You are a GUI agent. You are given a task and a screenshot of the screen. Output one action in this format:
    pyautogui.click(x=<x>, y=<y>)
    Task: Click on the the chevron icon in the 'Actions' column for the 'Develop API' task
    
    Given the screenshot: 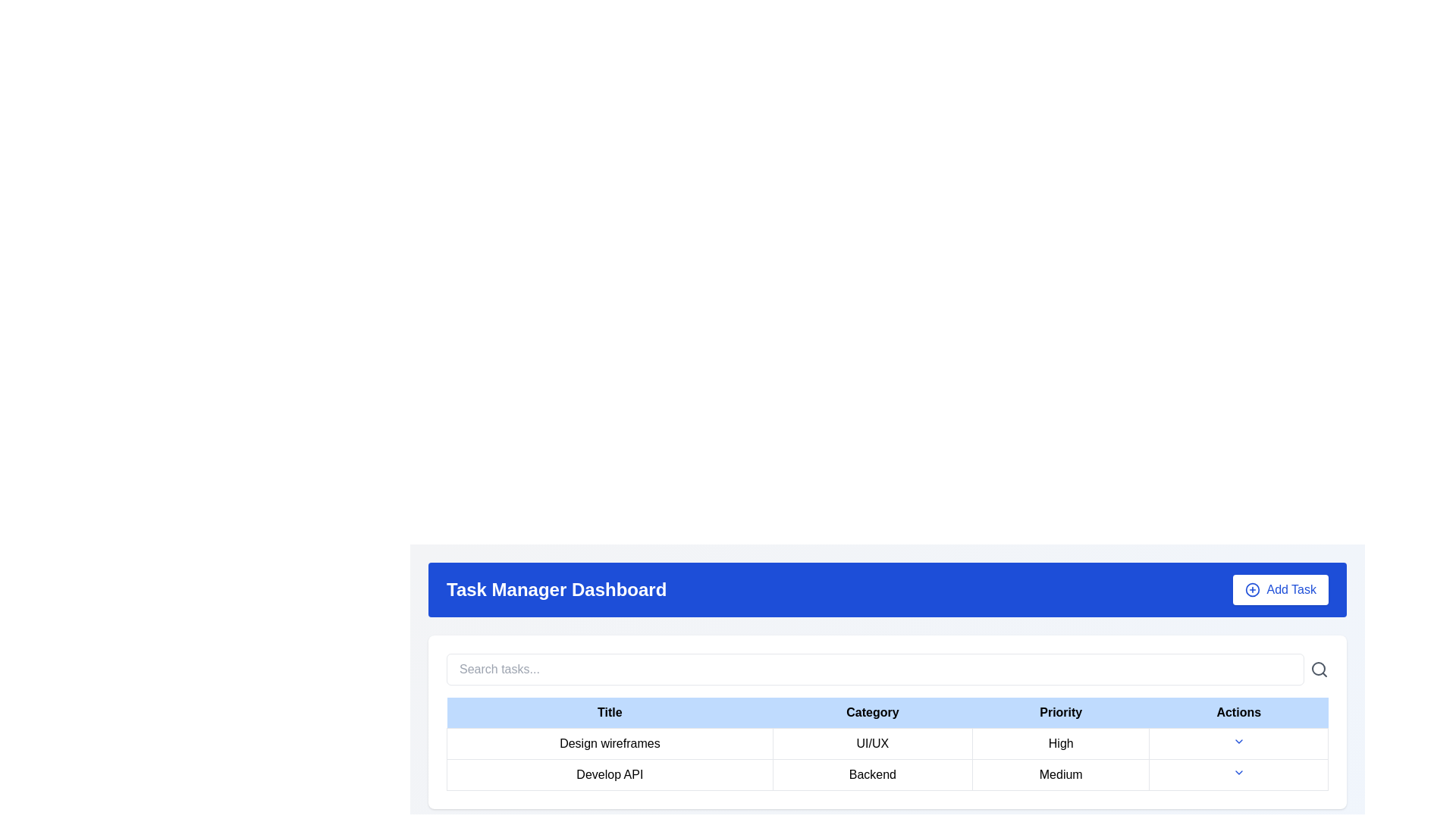 What is the action you would take?
    pyautogui.click(x=1238, y=772)
    